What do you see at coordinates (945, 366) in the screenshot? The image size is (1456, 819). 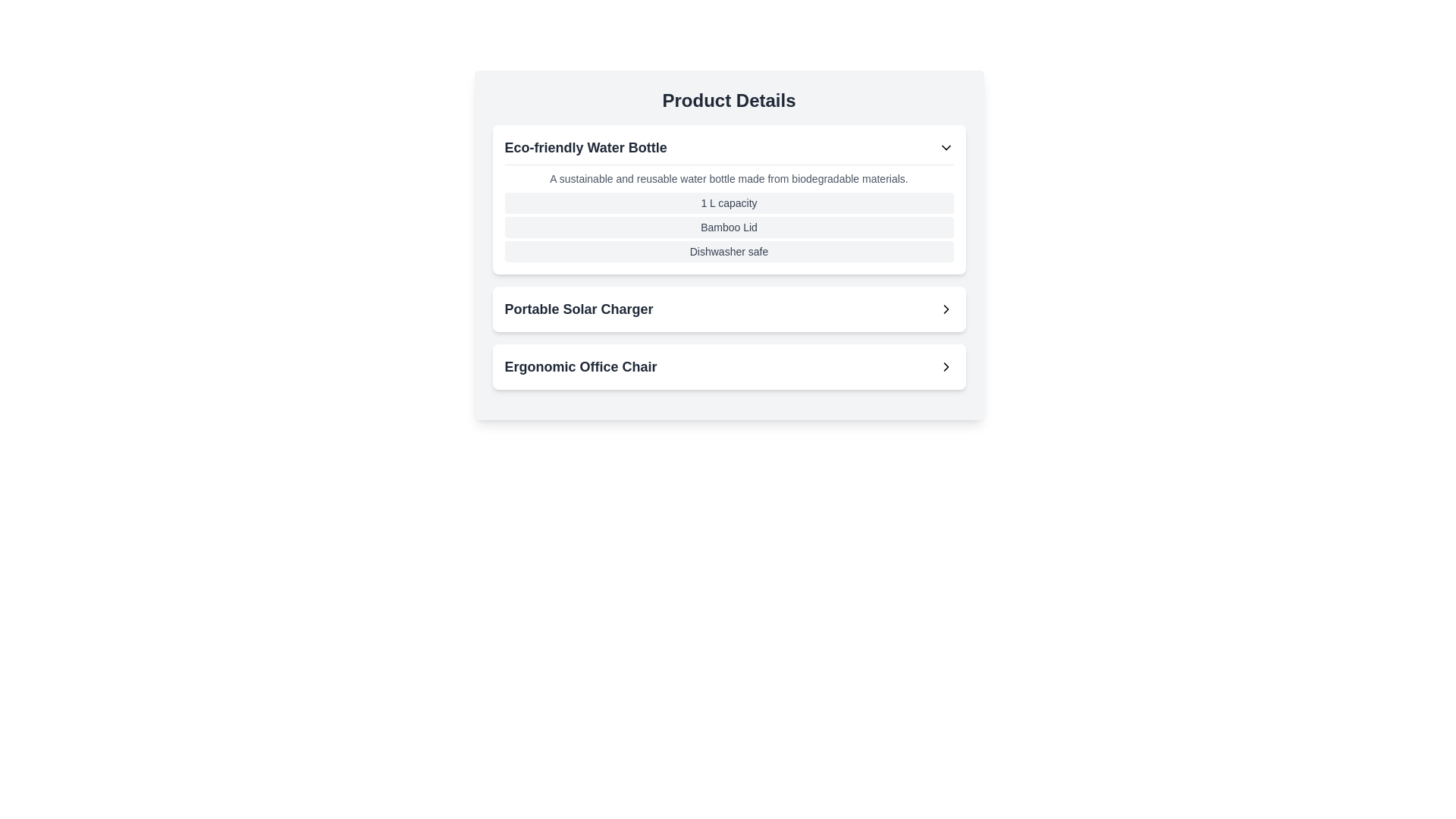 I see `the rightward-pointing chevron arrow icon within the SVG graphic located in the right section of the 'Ergonomic Office Chair' product row` at bounding box center [945, 366].